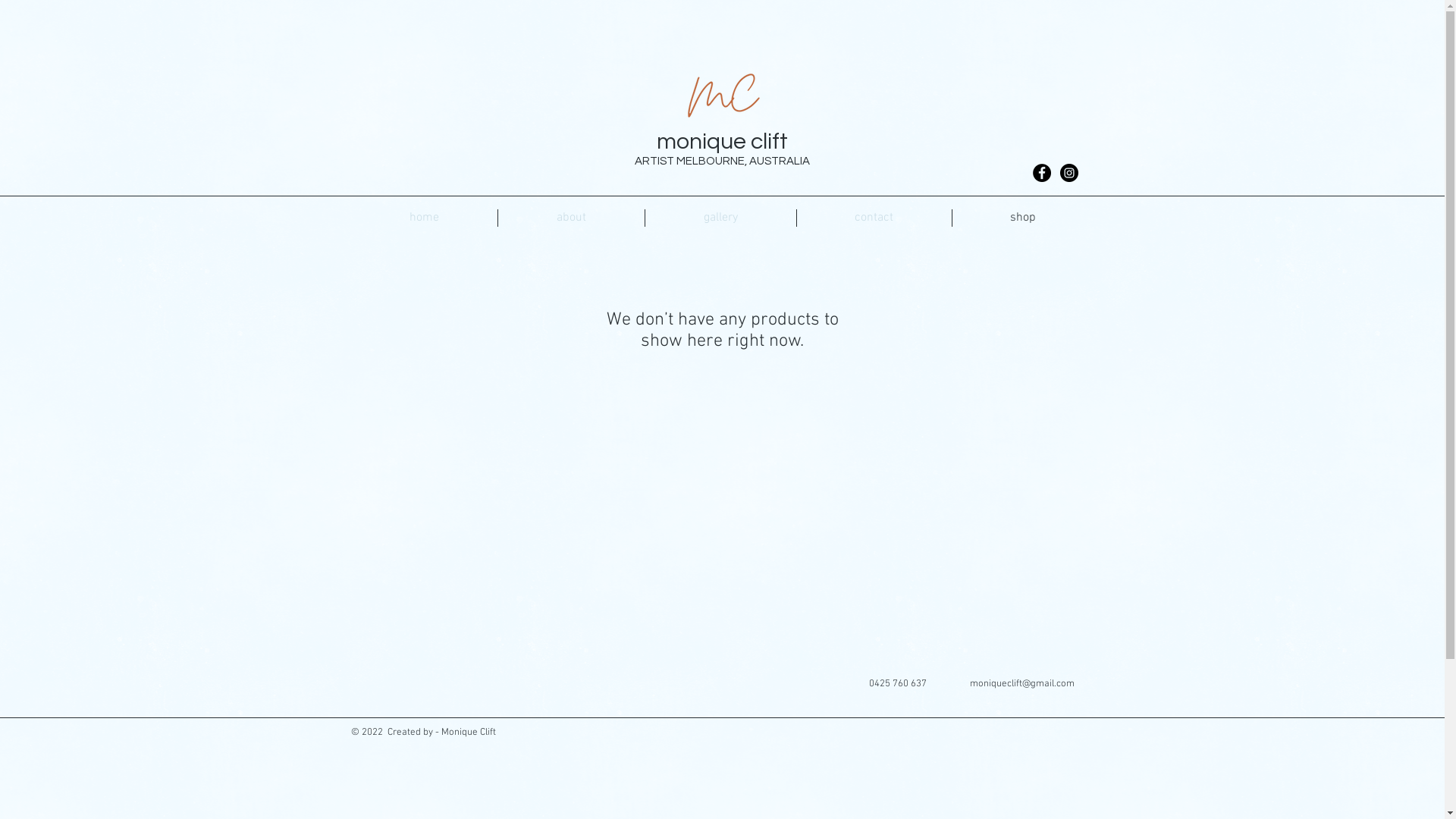  I want to click on 'shop', so click(952, 218).